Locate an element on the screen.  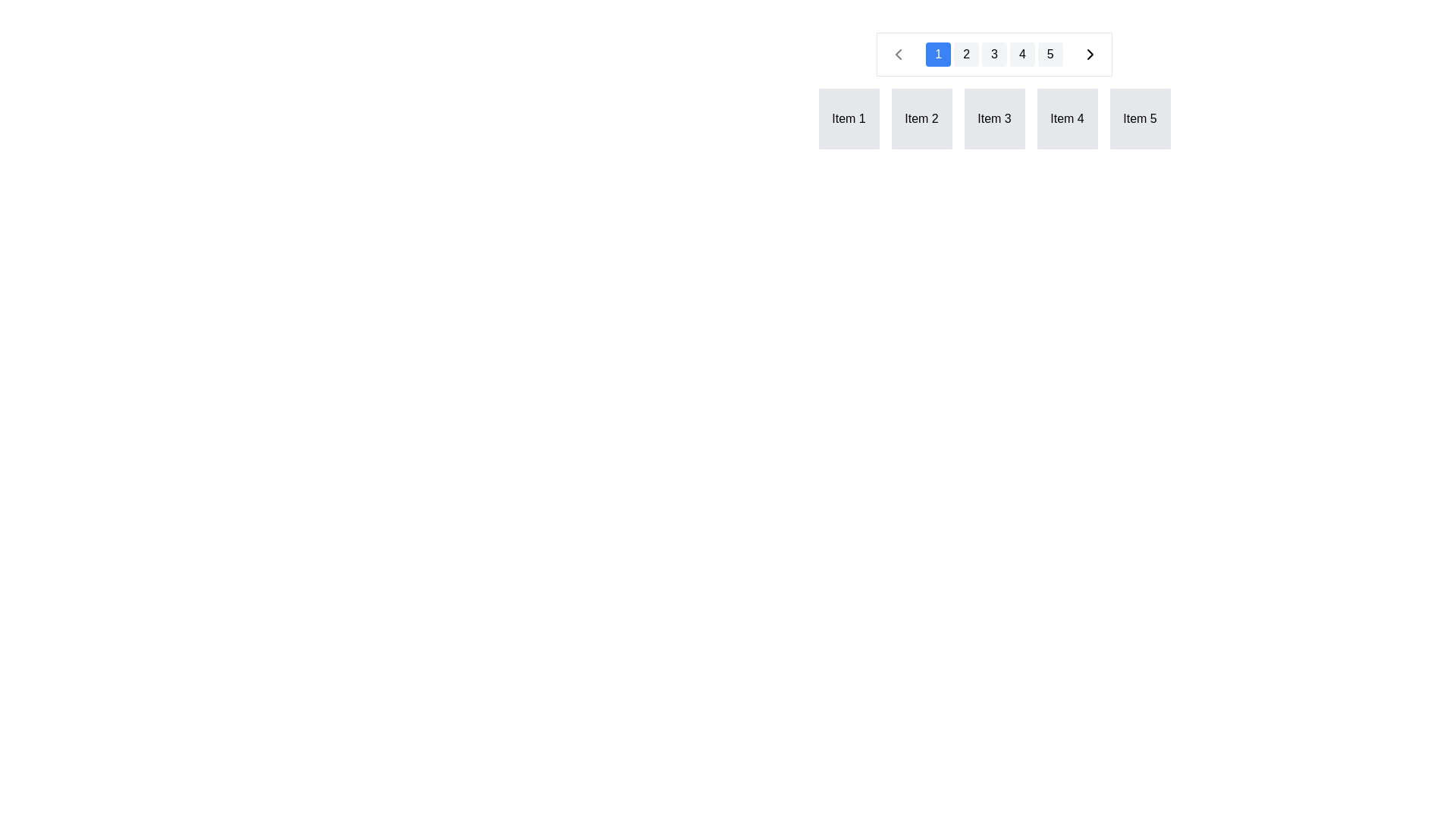
the gray box labeled 'Item 3' is located at coordinates (994, 118).